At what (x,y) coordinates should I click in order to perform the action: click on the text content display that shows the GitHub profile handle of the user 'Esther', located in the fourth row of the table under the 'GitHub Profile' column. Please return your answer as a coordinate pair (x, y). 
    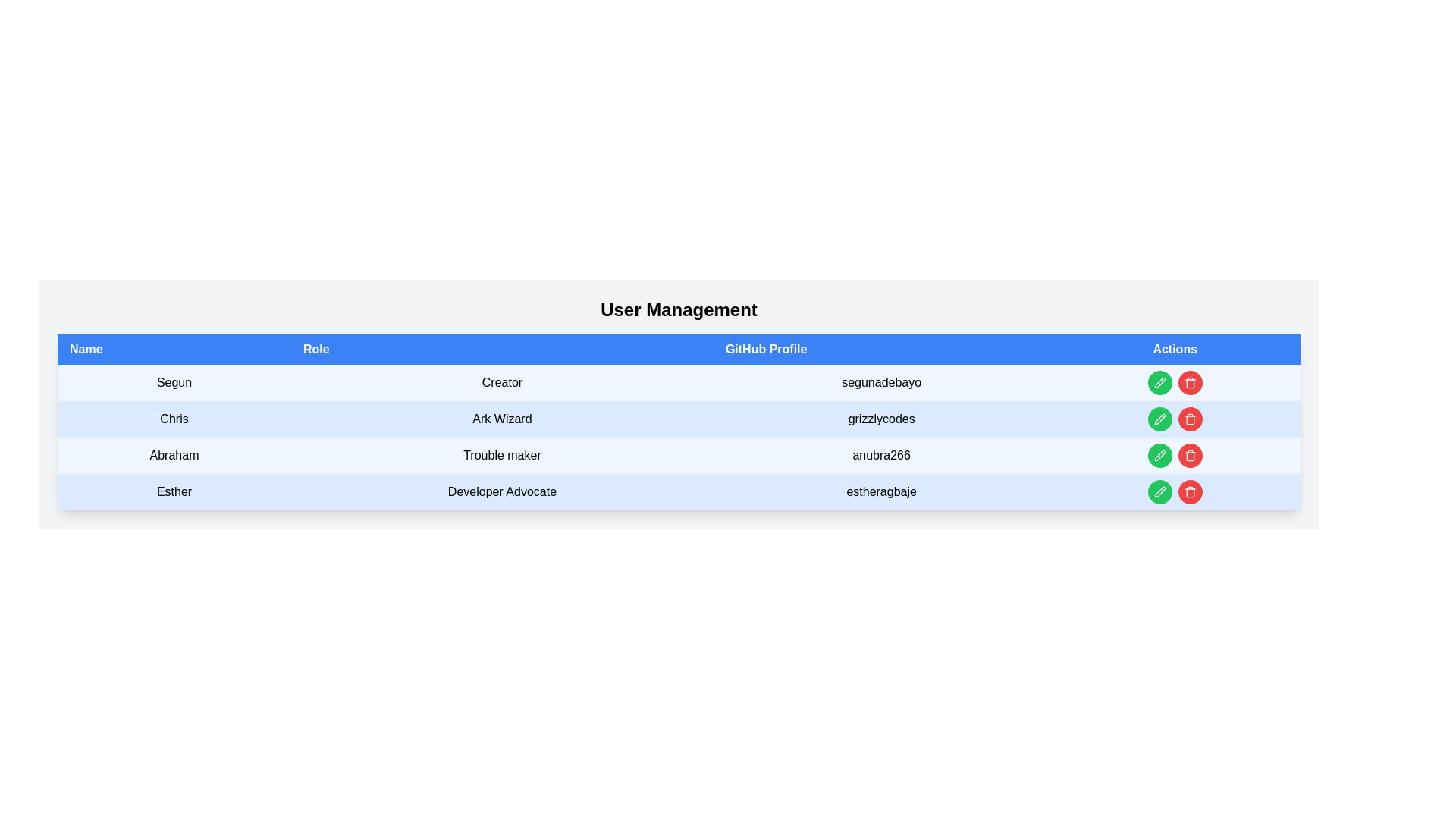
    Looking at the image, I should click on (881, 491).